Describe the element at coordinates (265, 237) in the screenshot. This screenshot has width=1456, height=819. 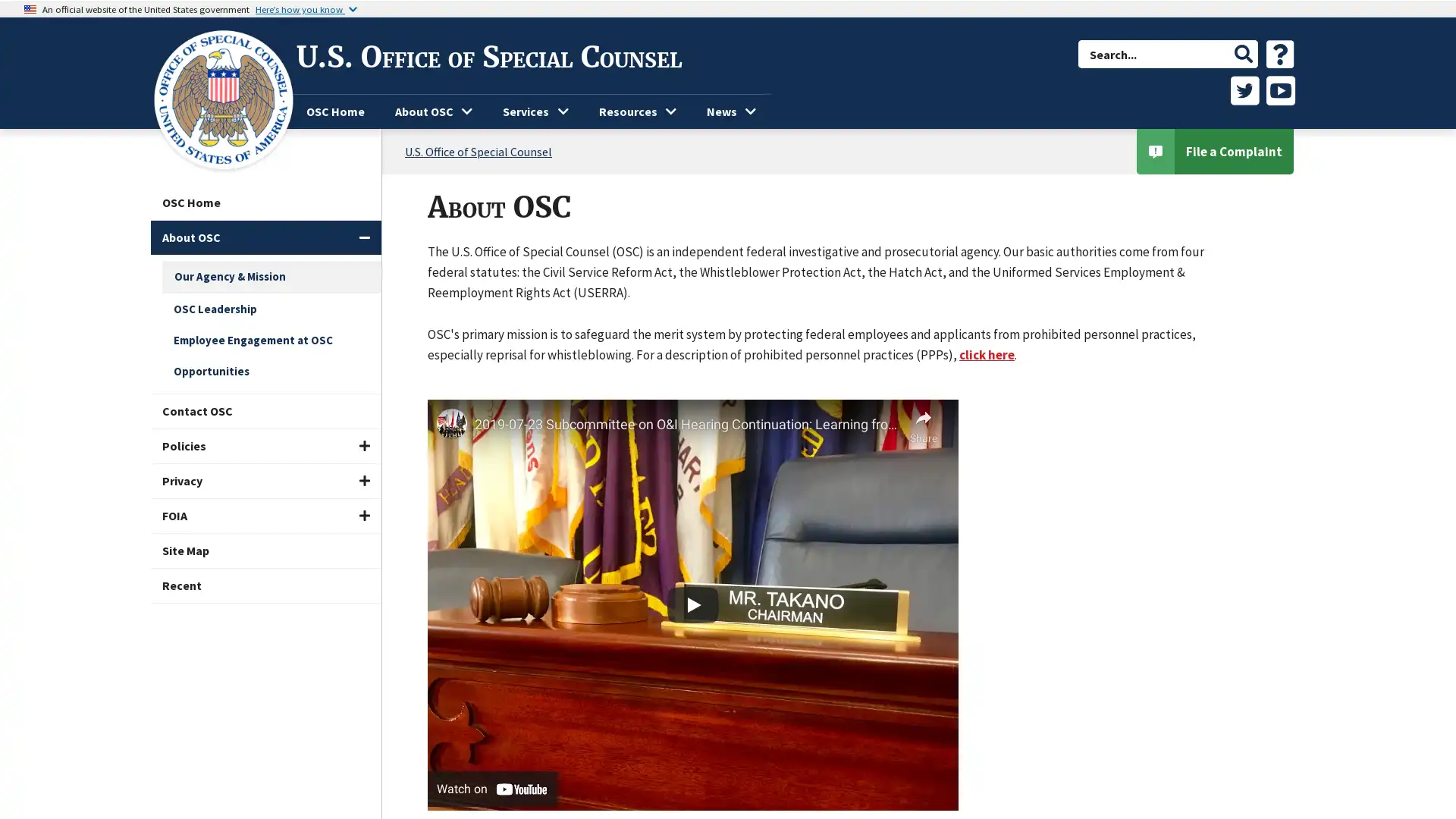
I see `About OSC` at that location.